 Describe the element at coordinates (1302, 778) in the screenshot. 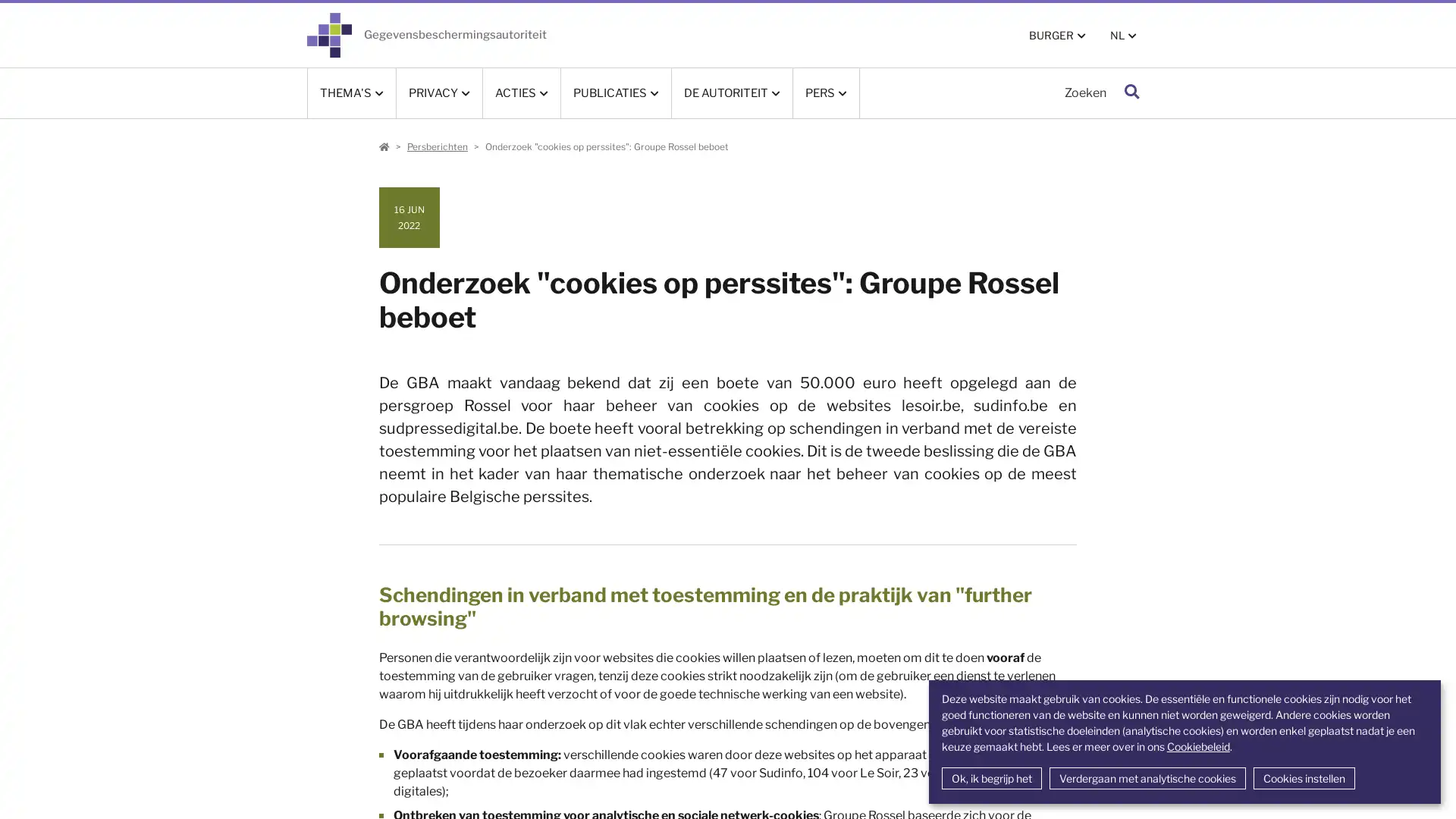

I see `Cookies instellen` at that location.